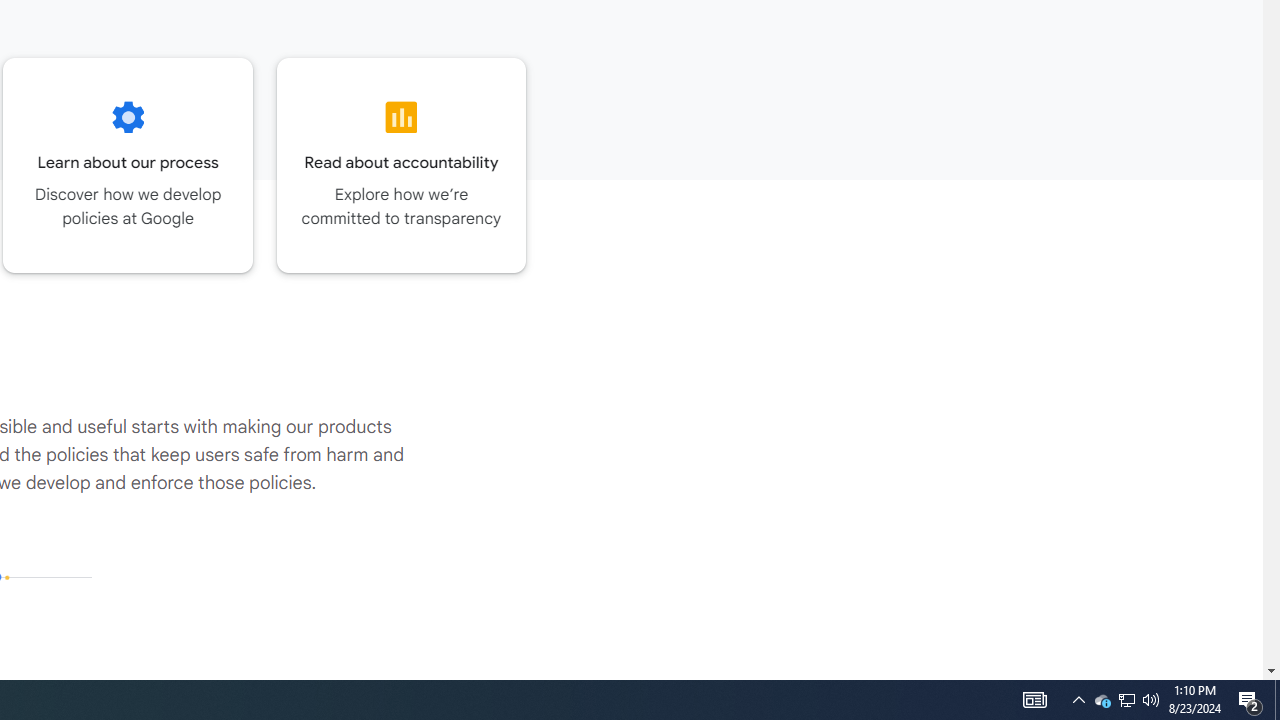  What do you see at coordinates (127, 164) in the screenshot?
I see `'Go to the Our process page'` at bounding box center [127, 164].